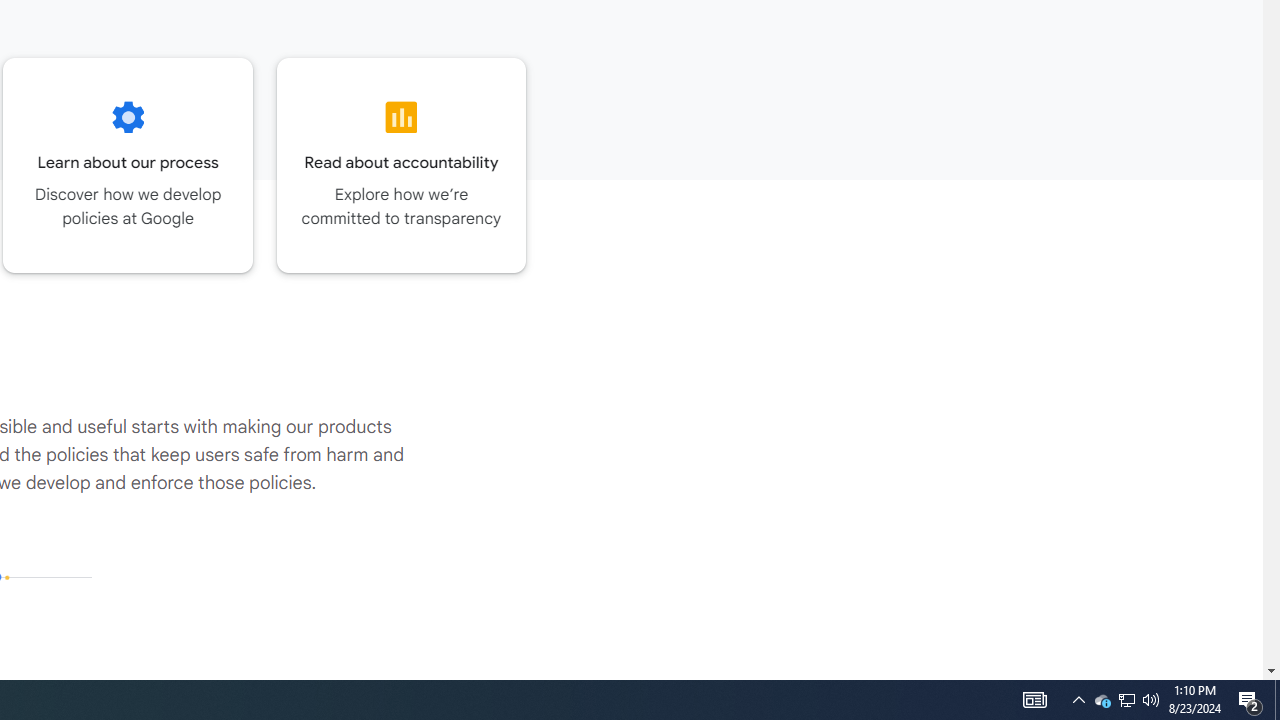  What do you see at coordinates (127, 164) in the screenshot?
I see `'Go to the Our process page'` at bounding box center [127, 164].